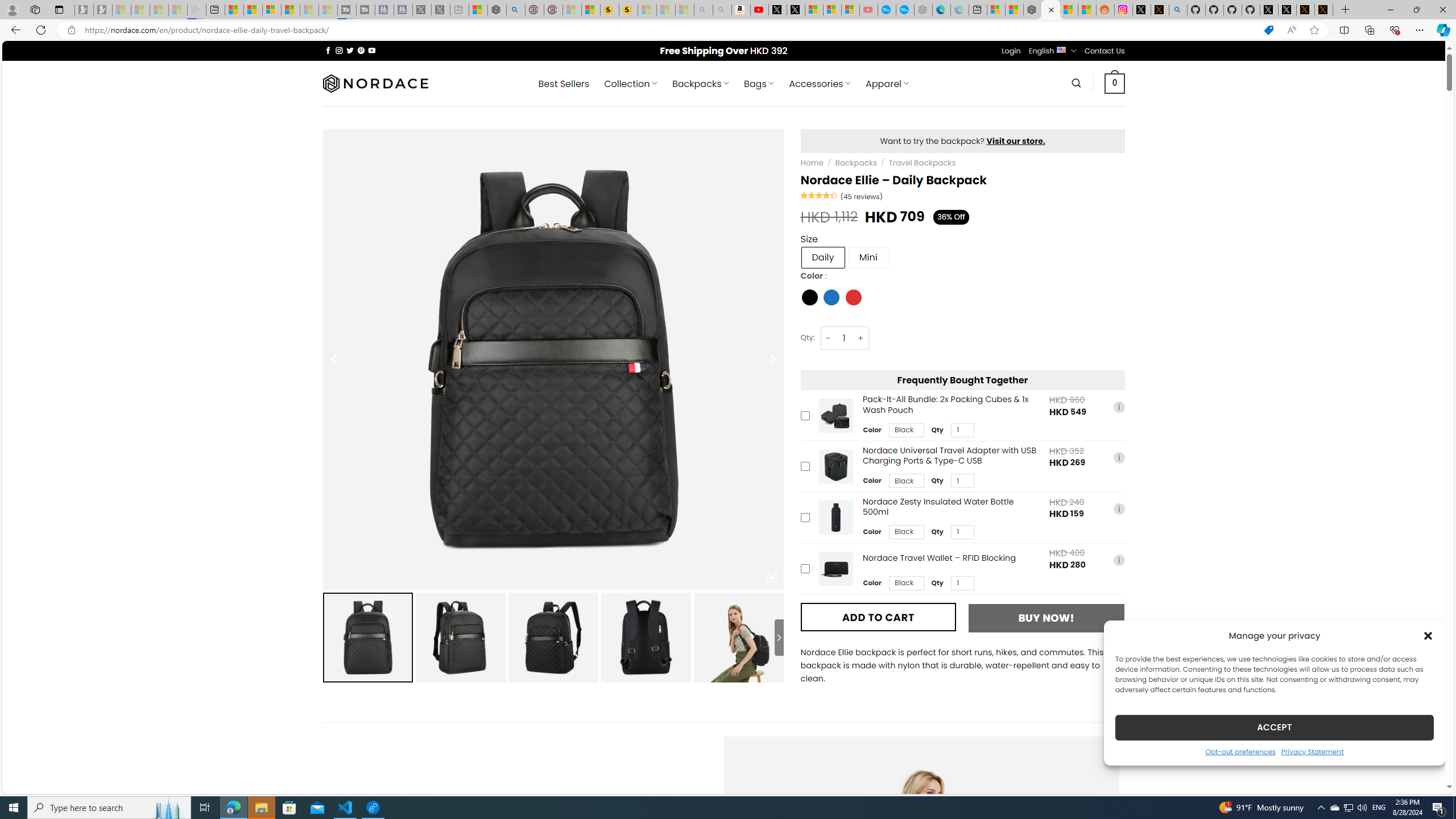 This screenshot has height=819, width=1456. Describe the element at coordinates (828, 337) in the screenshot. I see `'-'` at that location.